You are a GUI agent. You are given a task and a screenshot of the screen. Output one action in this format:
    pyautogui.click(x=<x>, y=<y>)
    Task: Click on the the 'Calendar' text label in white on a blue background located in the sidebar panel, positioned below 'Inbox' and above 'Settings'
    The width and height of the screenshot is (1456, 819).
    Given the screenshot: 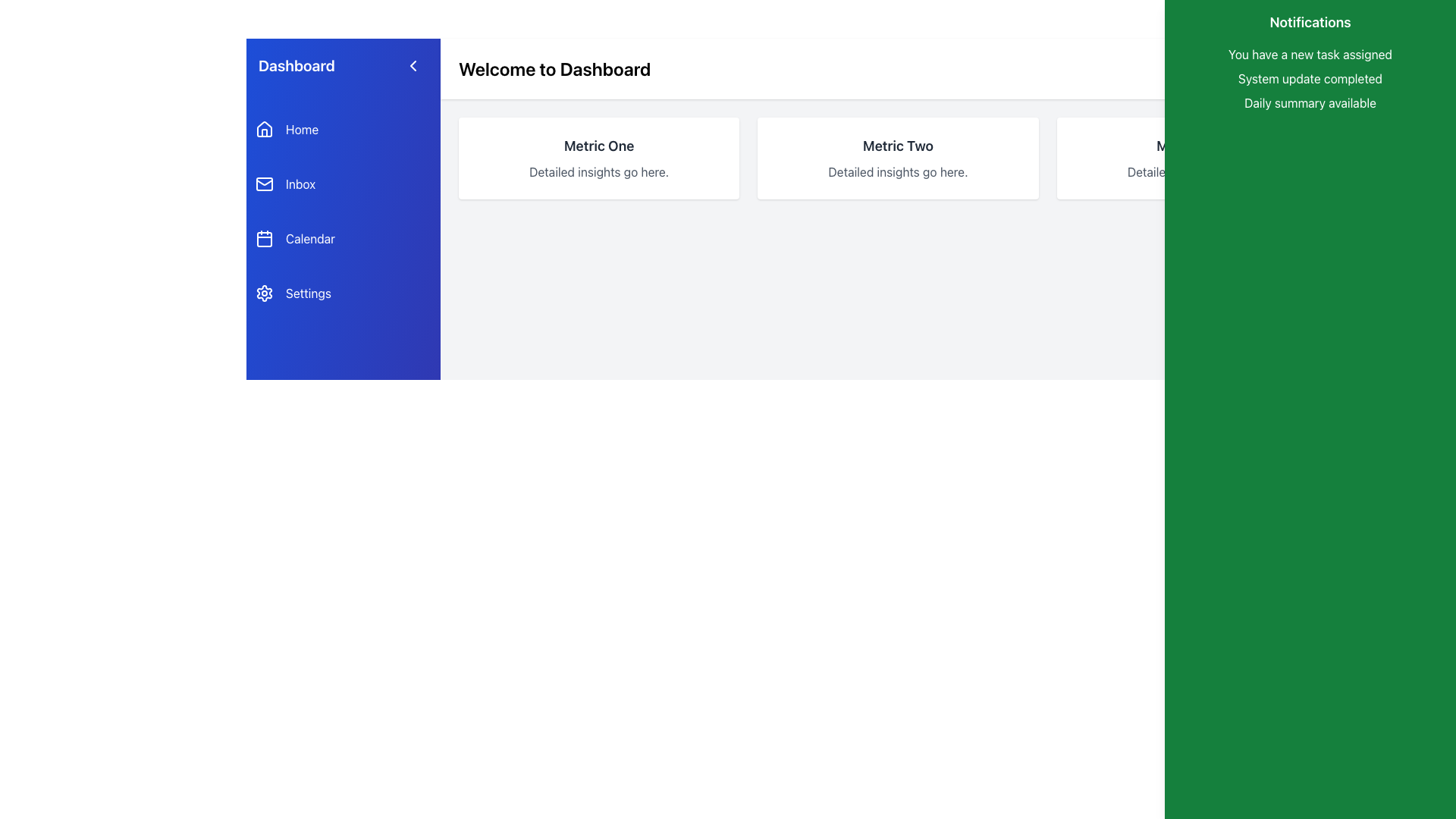 What is the action you would take?
    pyautogui.click(x=309, y=239)
    